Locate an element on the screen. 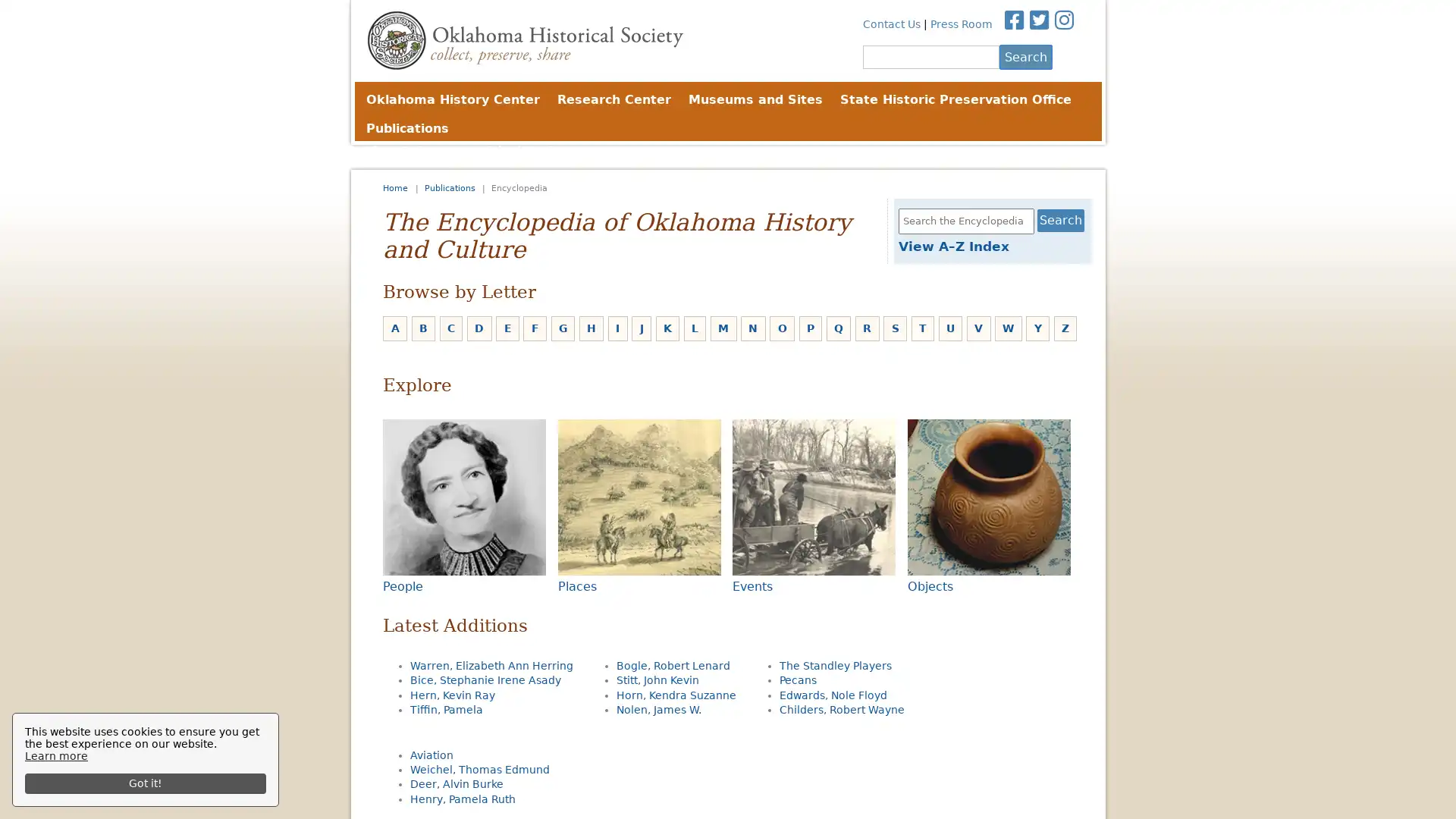  Search is located at coordinates (1025, 55).